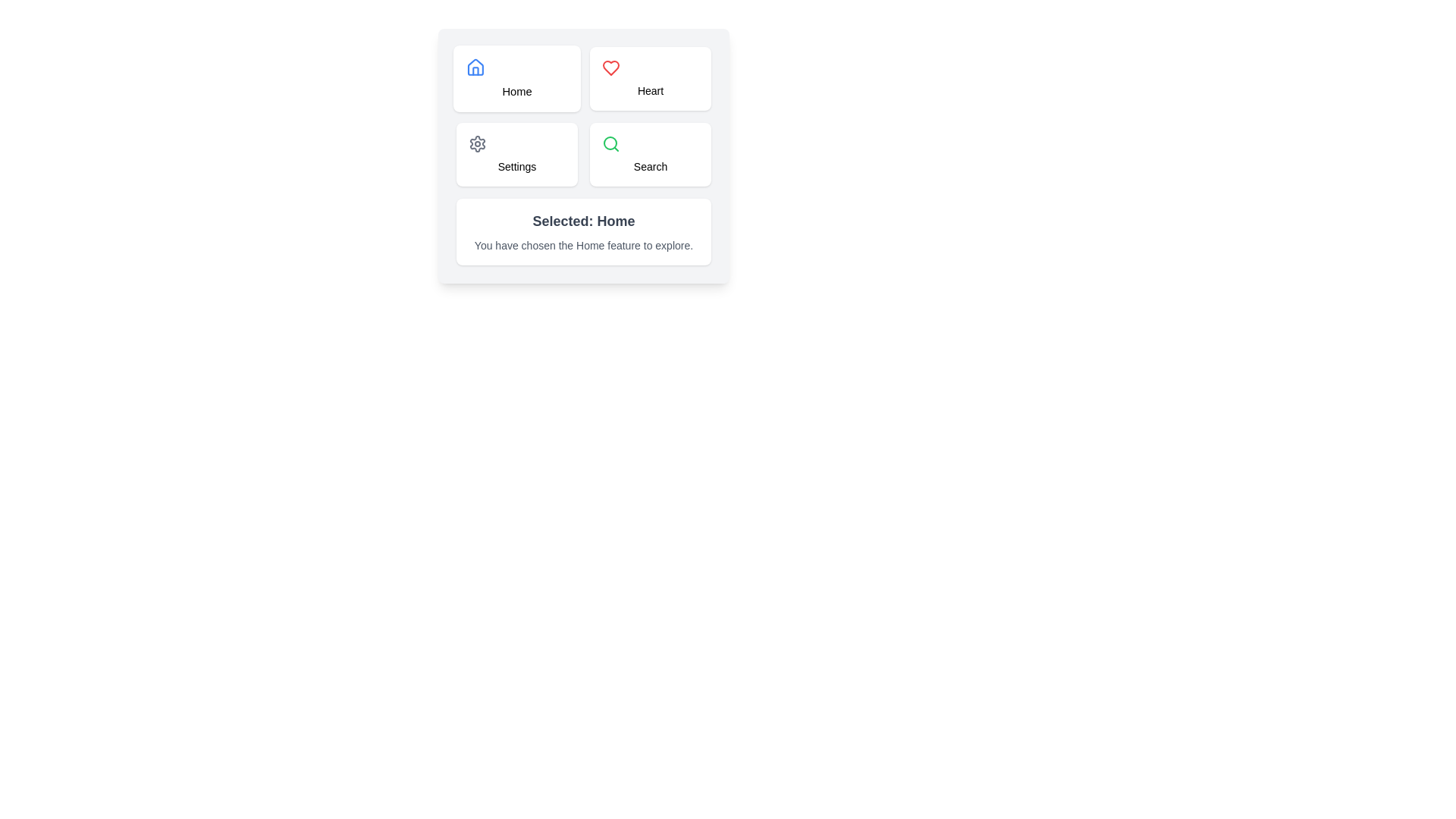 This screenshot has height=819, width=1456. I want to click on the 'Settings' button located at the bottom-left corner of the grid layout, so click(516, 155).